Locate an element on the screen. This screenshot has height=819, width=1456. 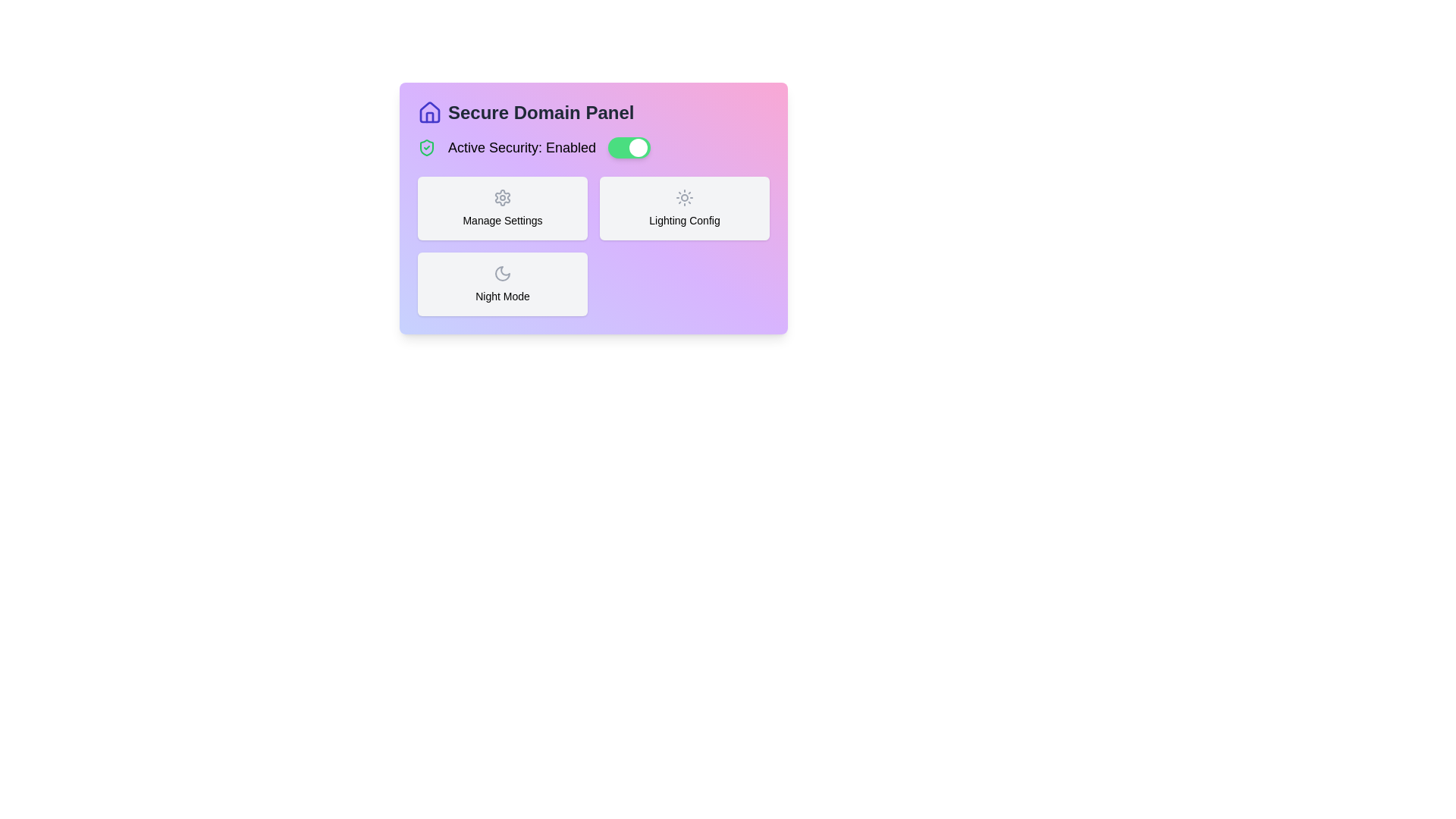
the 'Night Mode' text label, which is displayed in a medium-sized, black sans-serif font, located beneath the crescent moon icon in the 'Secure Domain Panel' is located at coordinates (502, 296).